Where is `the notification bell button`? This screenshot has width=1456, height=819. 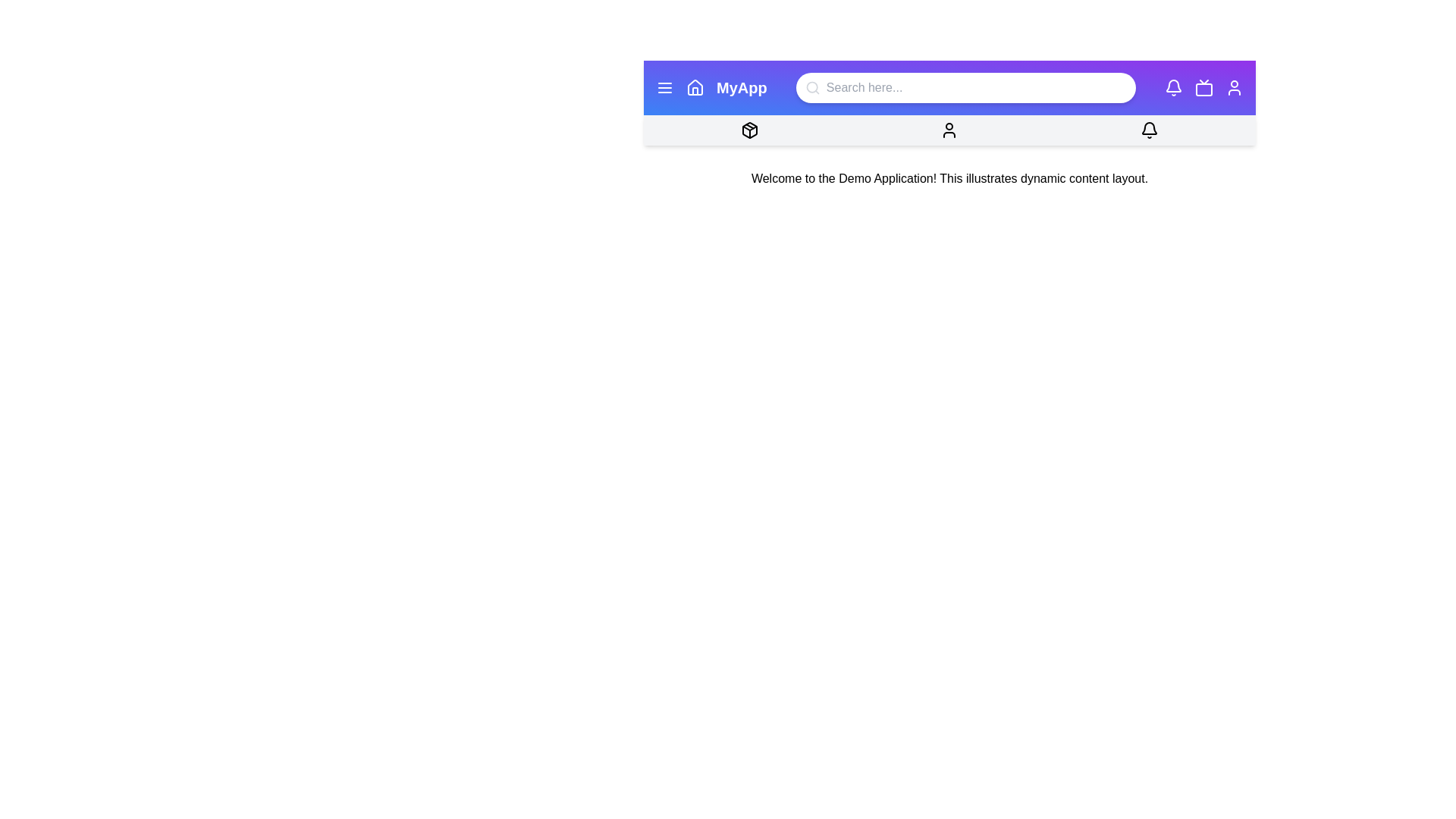 the notification bell button is located at coordinates (1172, 87).